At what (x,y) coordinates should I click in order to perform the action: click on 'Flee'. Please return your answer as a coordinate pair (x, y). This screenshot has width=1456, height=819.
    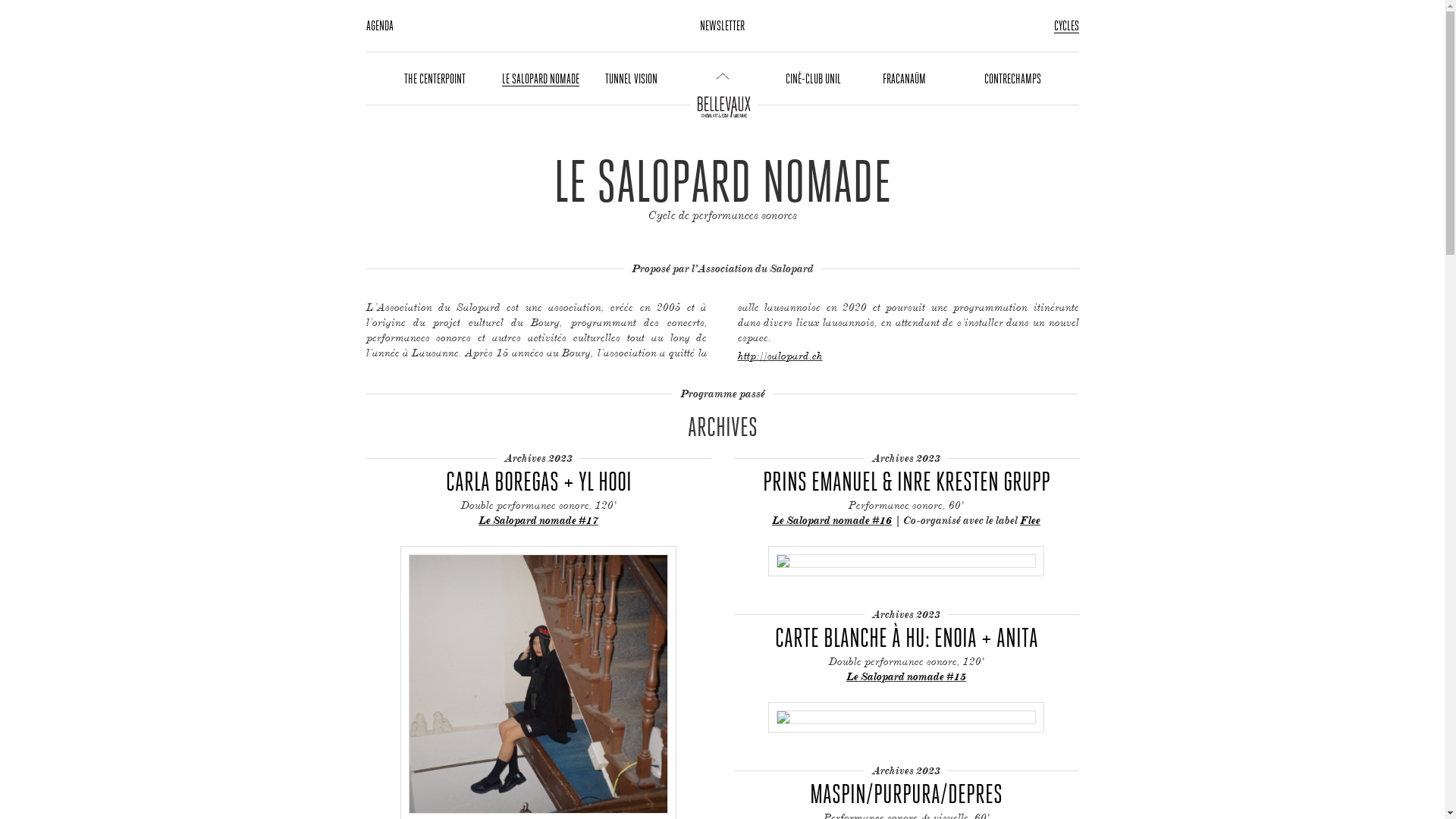
    Looking at the image, I should click on (1030, 519).